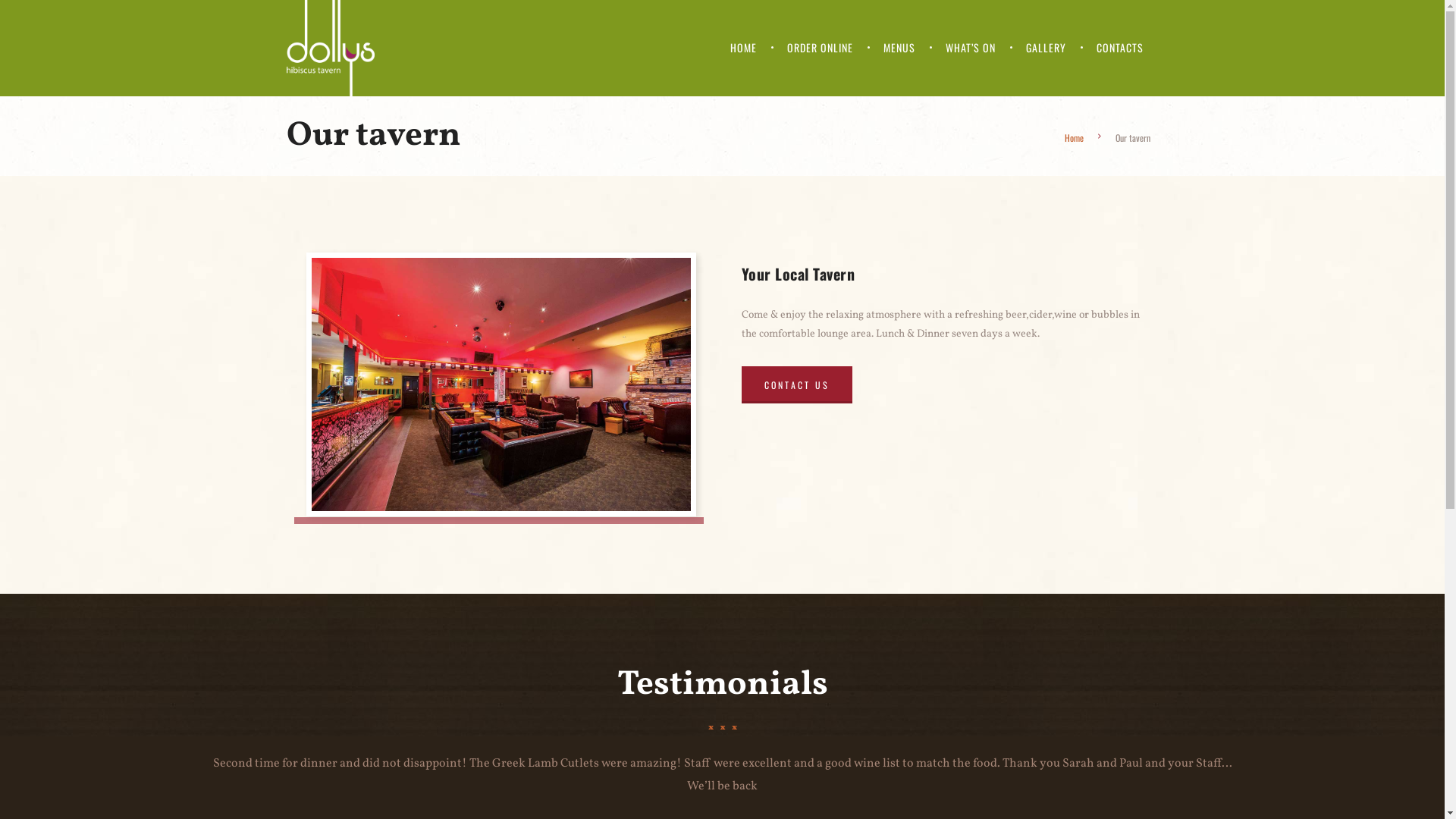 Image resolution: width=1456 pixels, height=819 pixels. I want to click on 'HOME', so click(742, 46).